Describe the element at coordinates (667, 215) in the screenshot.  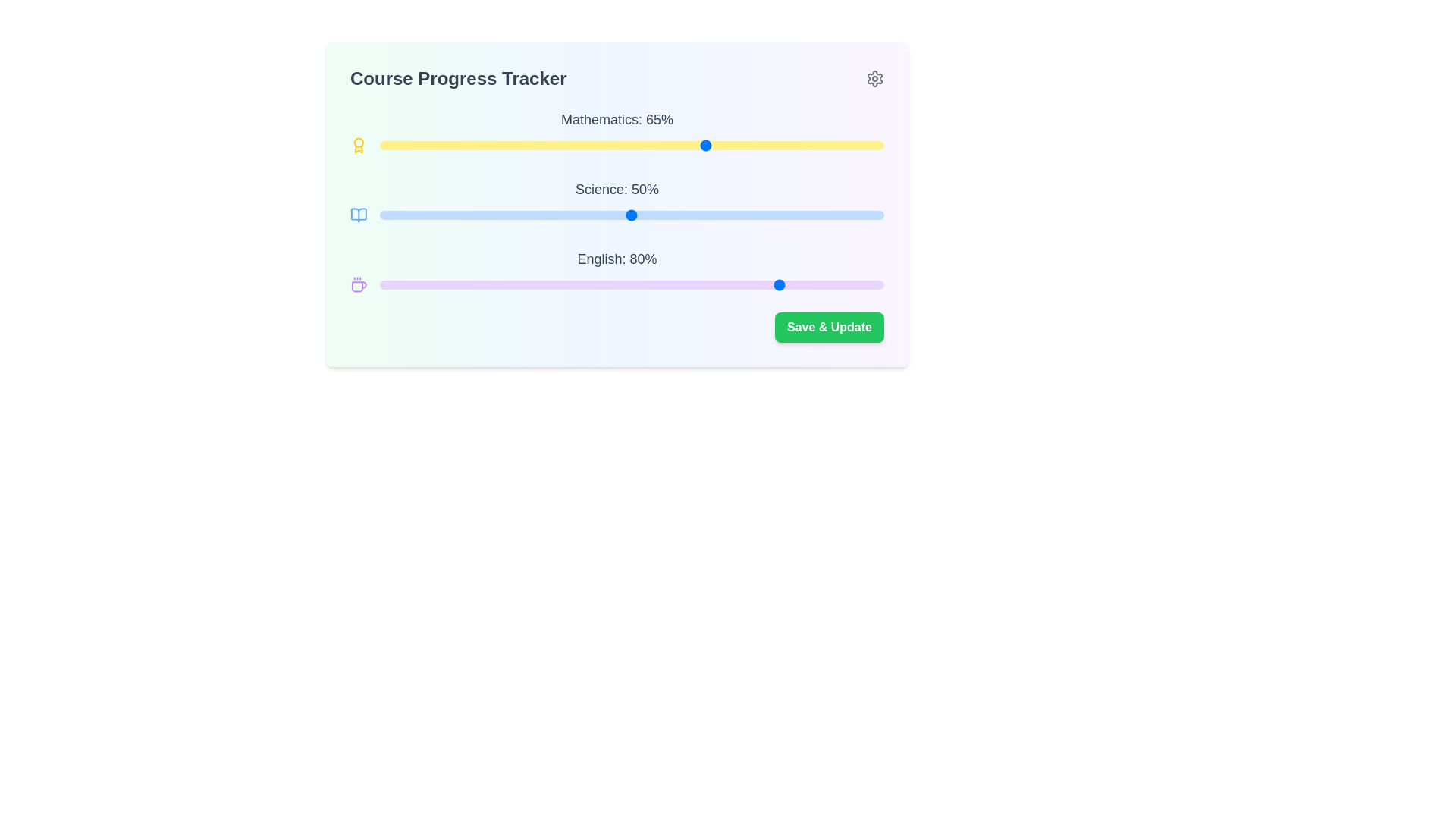
I see `progress` at that location.